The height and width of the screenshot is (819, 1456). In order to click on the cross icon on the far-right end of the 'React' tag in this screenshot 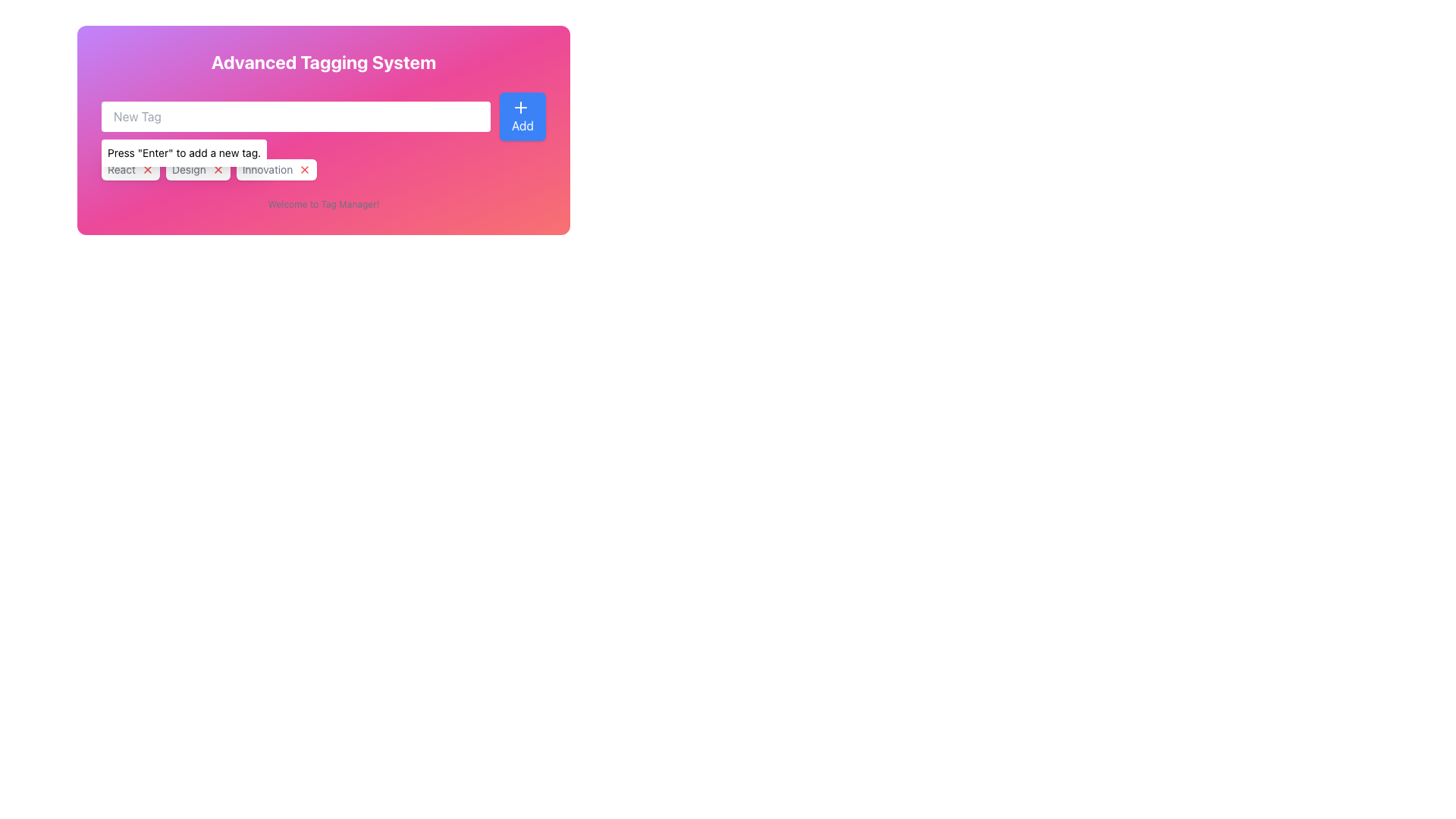, I will do `click(147, 169)`.